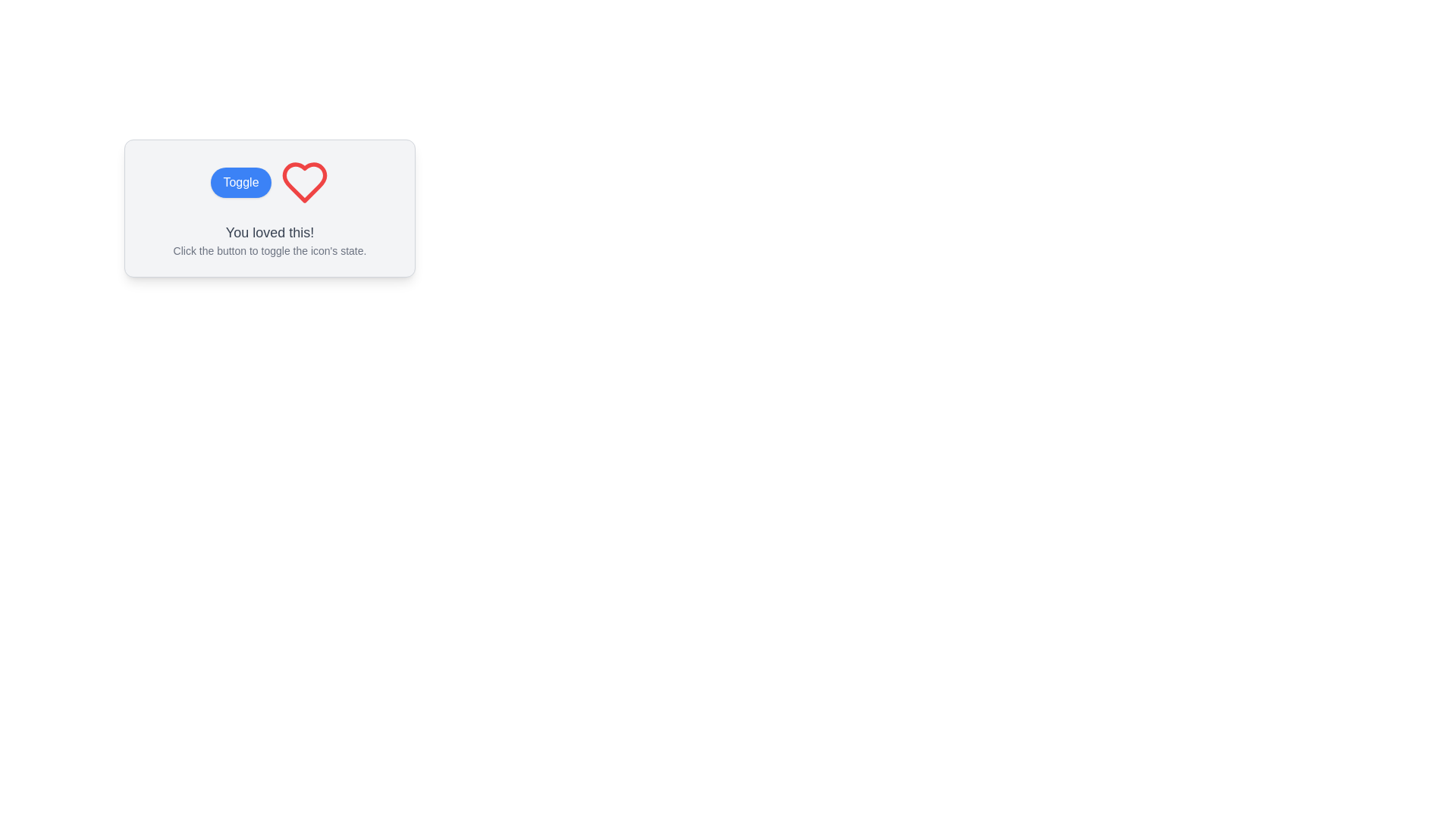 This screenshot has width=1456, height=819. I want to click on the static text block that displays 'You loved this!' and 'Click the button to toggle the icon's state.', so click(269, 239).